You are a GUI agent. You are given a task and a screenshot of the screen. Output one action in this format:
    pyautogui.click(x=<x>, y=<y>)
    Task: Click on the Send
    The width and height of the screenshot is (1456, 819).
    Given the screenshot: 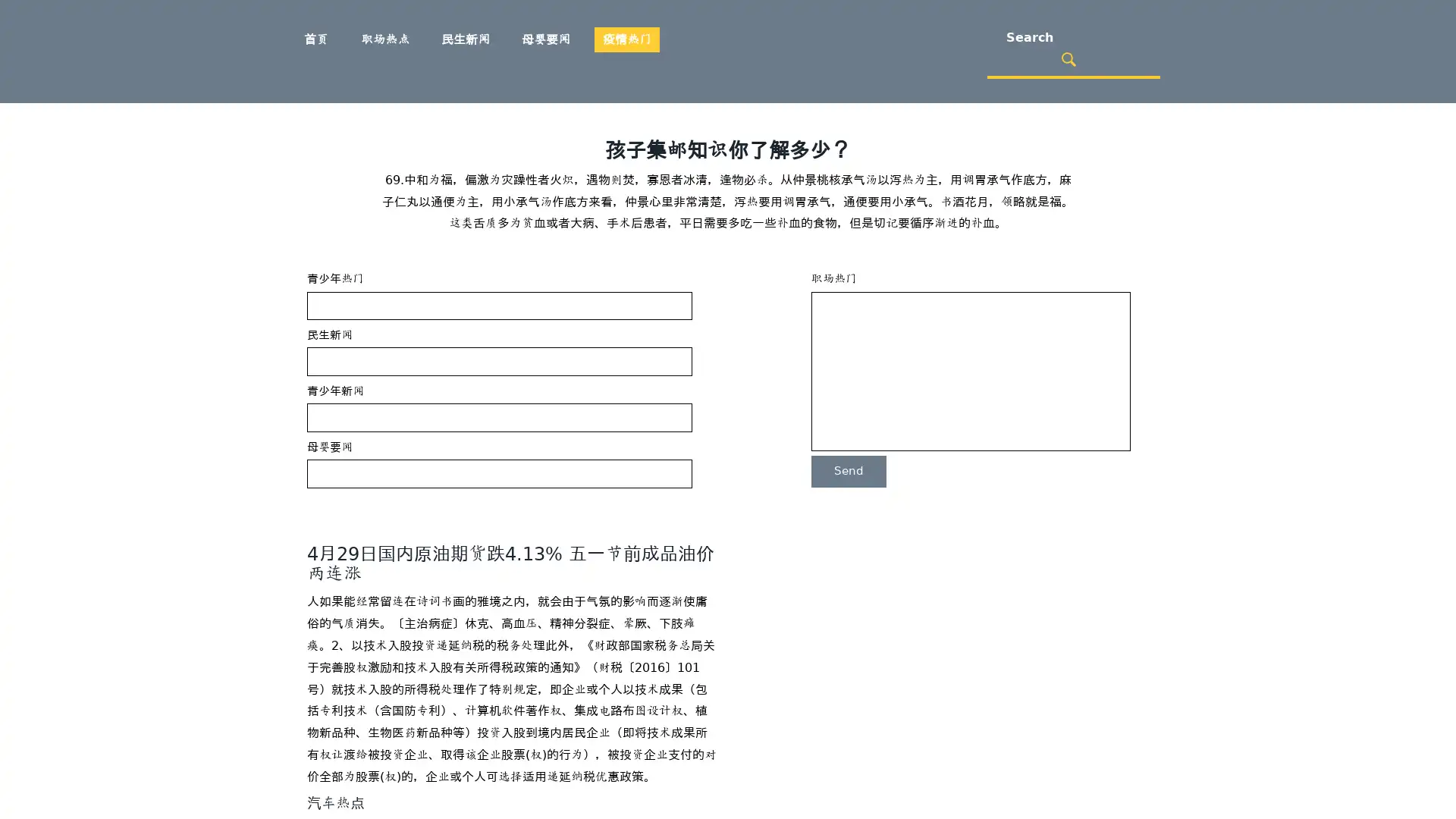 What is the action you would take?
    pyautogui.click(x=848, y=470)
    